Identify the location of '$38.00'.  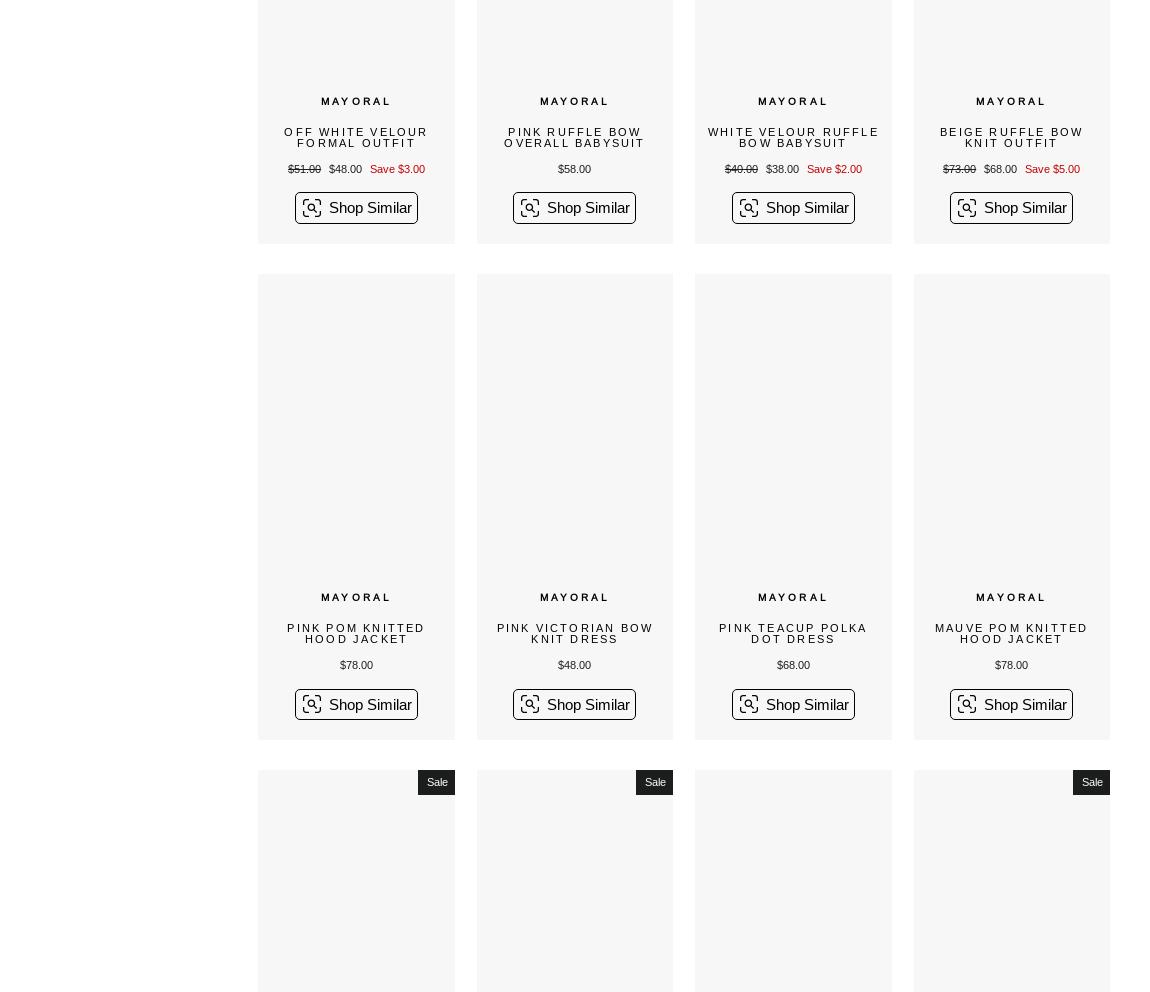
(782, 167).